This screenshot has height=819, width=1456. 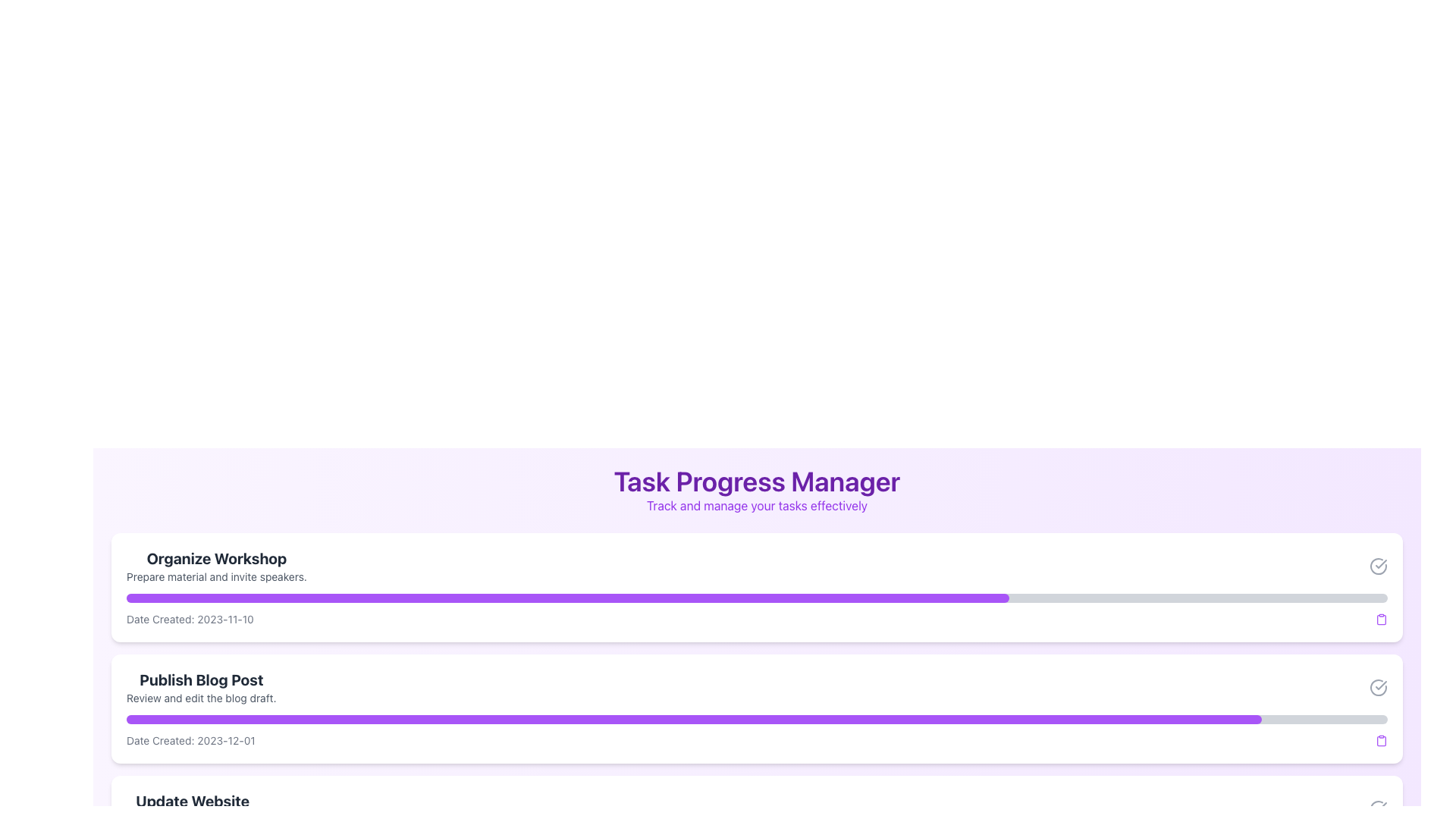 I want to click on displayed text 'Organize Workshop' which is a bold, large dark gray text located at the top of the task card under the header 'Task Progress Manager', so click(x=215, y=558).